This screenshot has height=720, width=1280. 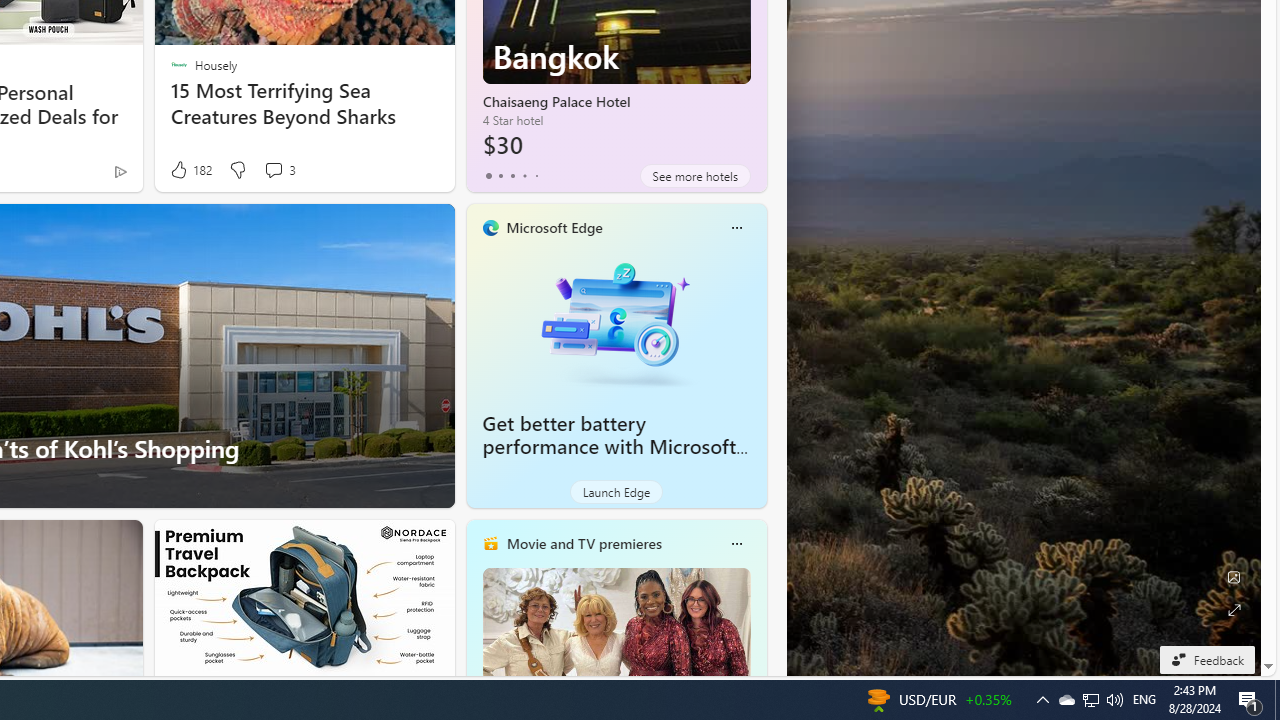 What do you see at coordinates (190, 169) in the screenshot?
I see `'182 Like'` at bounding box center [190, 169].